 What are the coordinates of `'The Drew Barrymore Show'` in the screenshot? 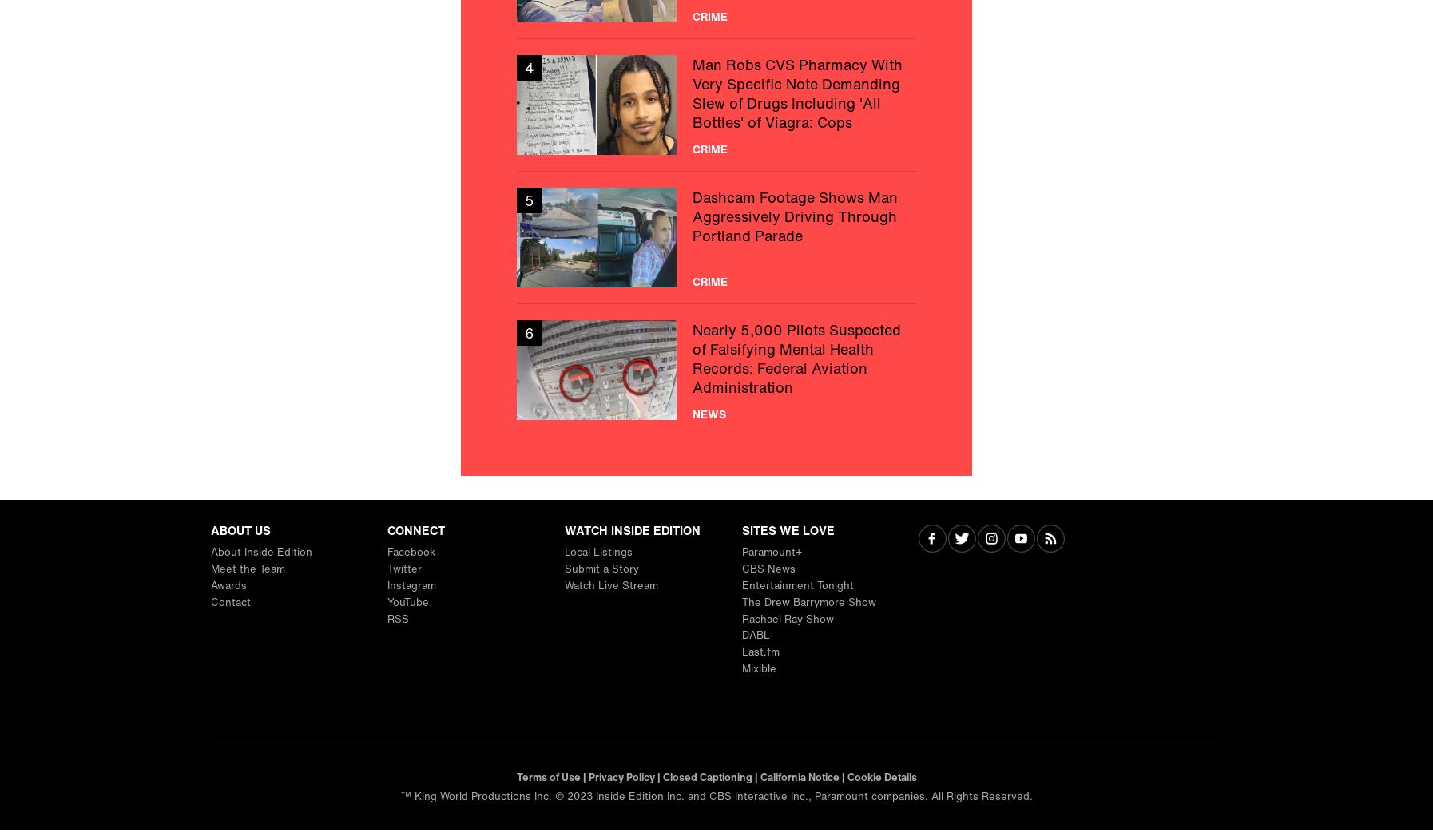 It's located at (807, 600).